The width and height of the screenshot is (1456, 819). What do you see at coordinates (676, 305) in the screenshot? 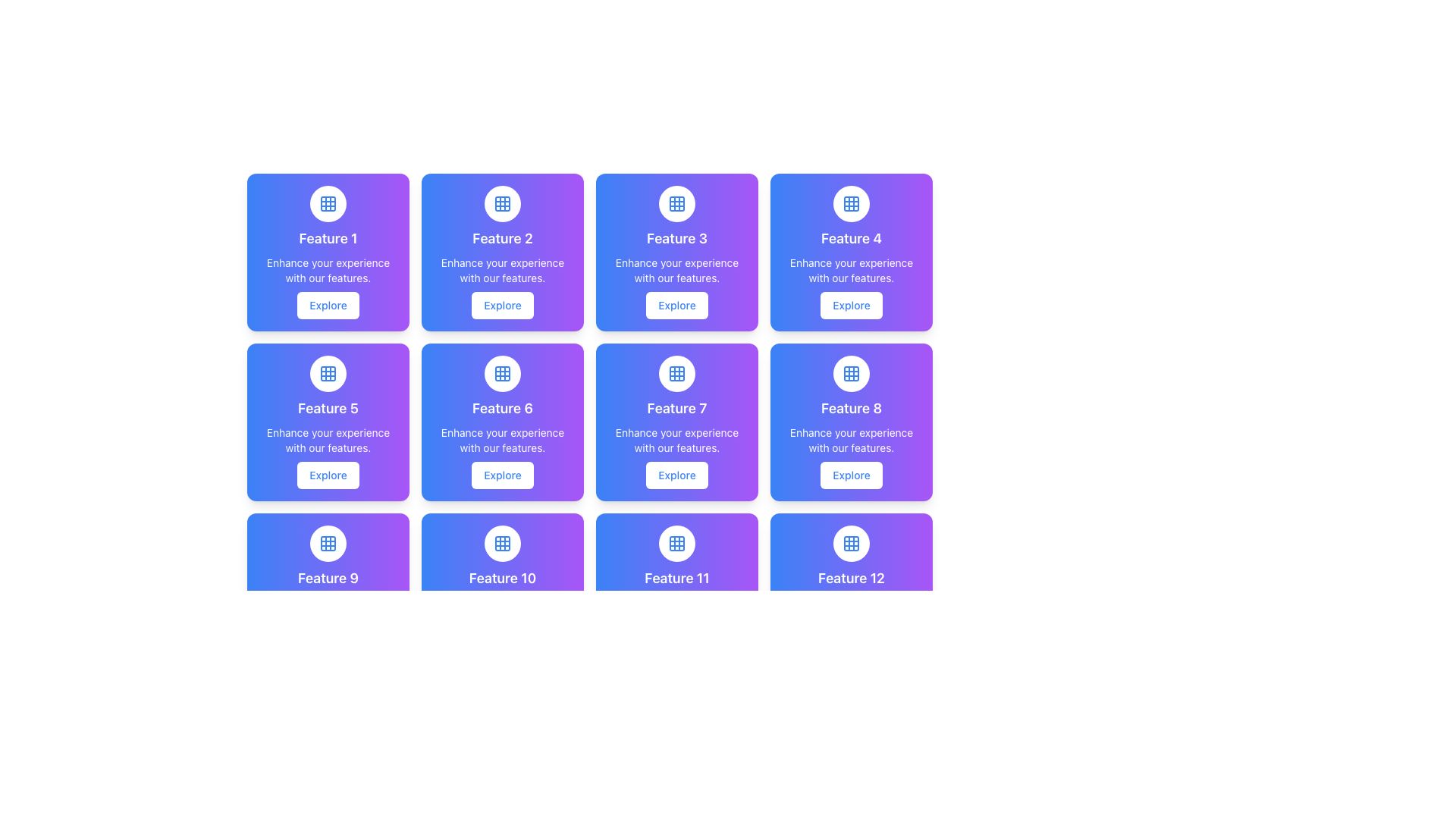
I see `the button located in the card labeled 'Feature 3' beneath the text 'Enhance your experience with our features'` at bounding box center [676, 305].